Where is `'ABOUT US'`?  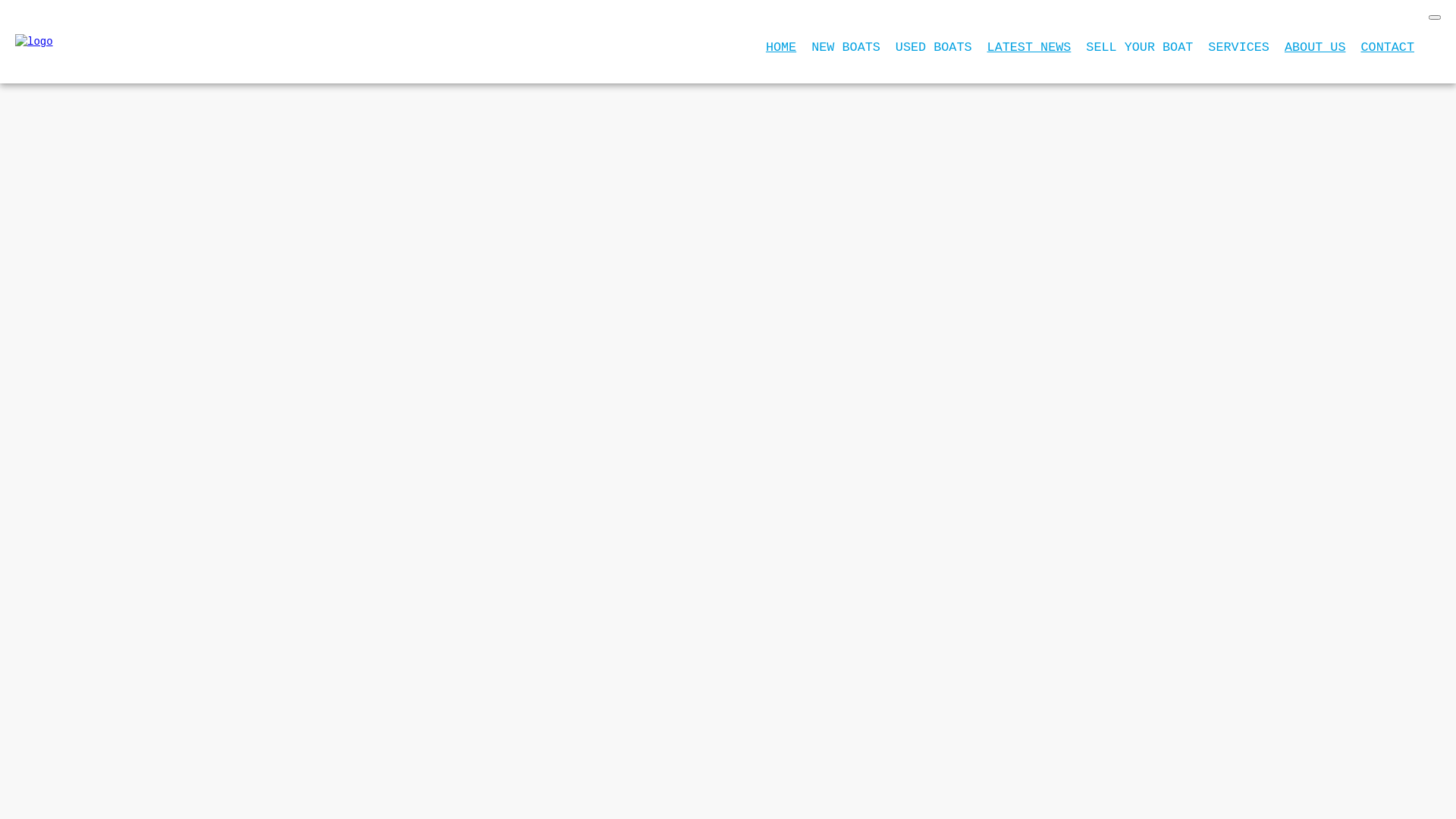
'ABOUT US' is located at coordinates (1314, 46).